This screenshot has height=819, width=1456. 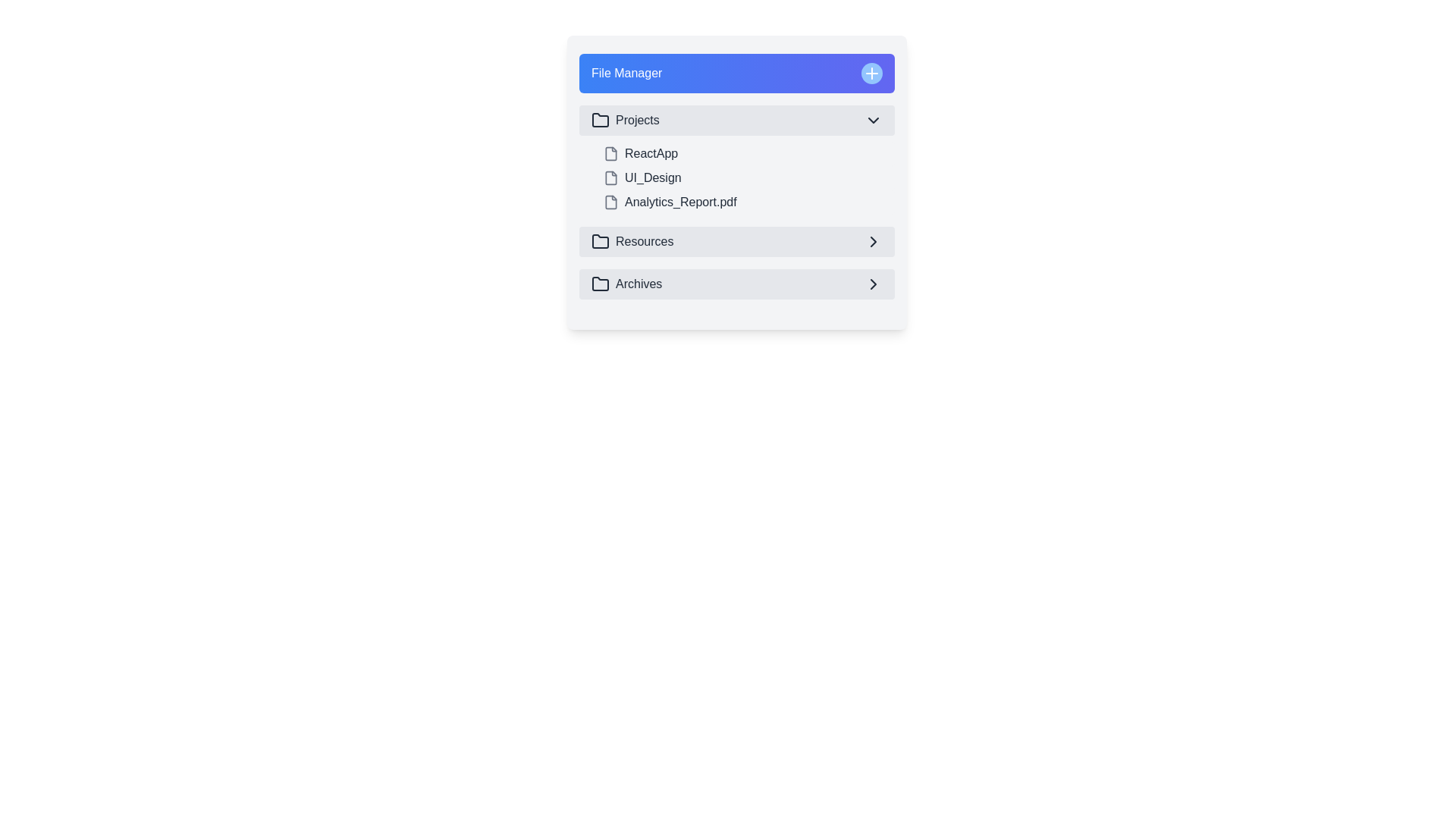 What do you see at coordinates (600, 284) in the screenshot?
I see `the folder icon associated with 'Archives' in the file manager interface, located at the bottom section next to the label 'Archives'` at bounding box center [600, 284].